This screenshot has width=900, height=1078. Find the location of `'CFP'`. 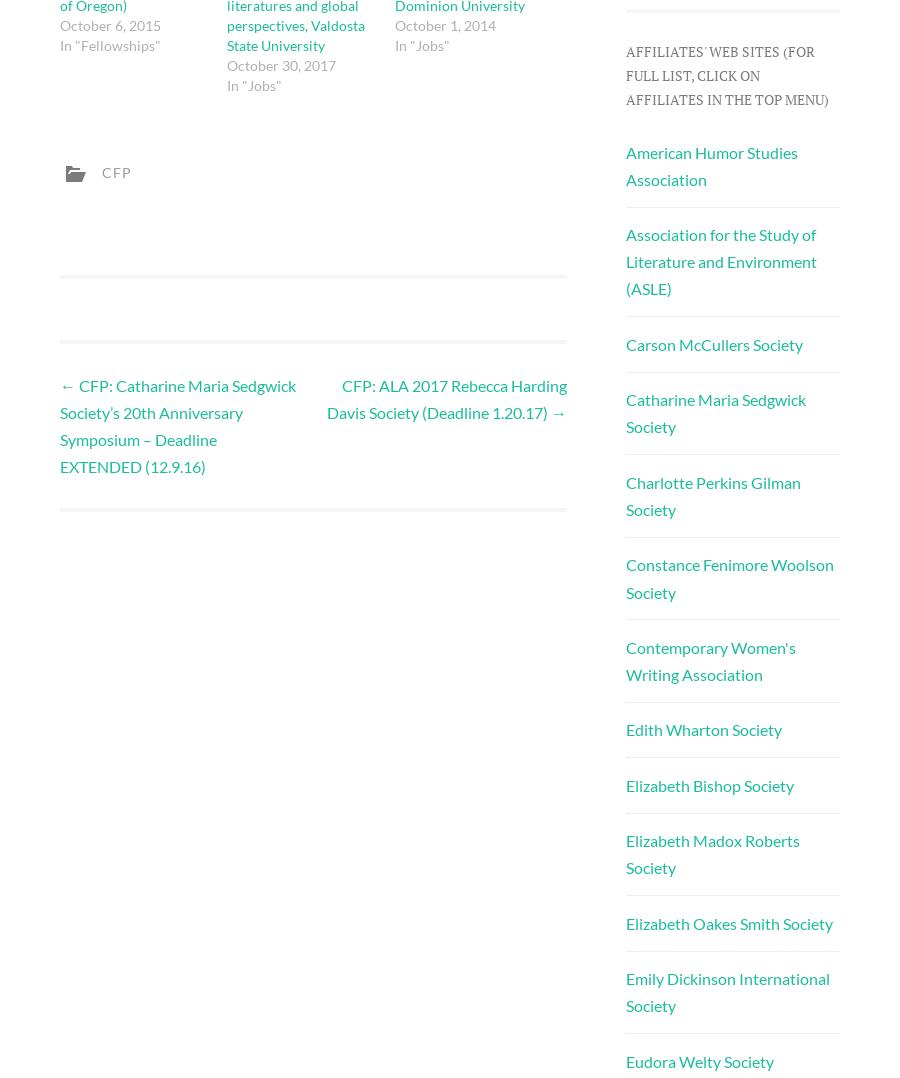

'CFP' is located at coordinates (117, 170).